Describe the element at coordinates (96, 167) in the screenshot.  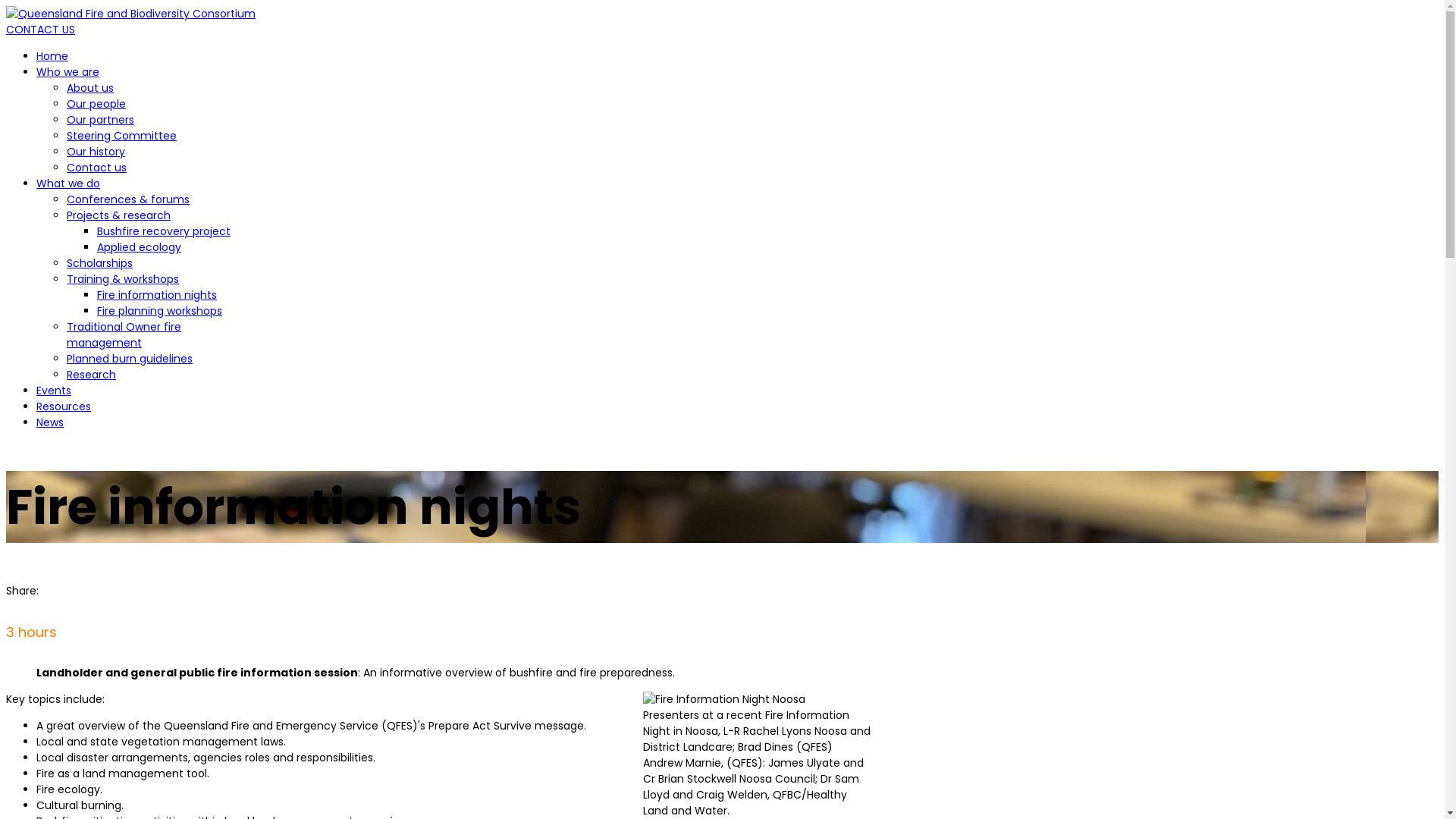
I see `'Contact us'` at that location.